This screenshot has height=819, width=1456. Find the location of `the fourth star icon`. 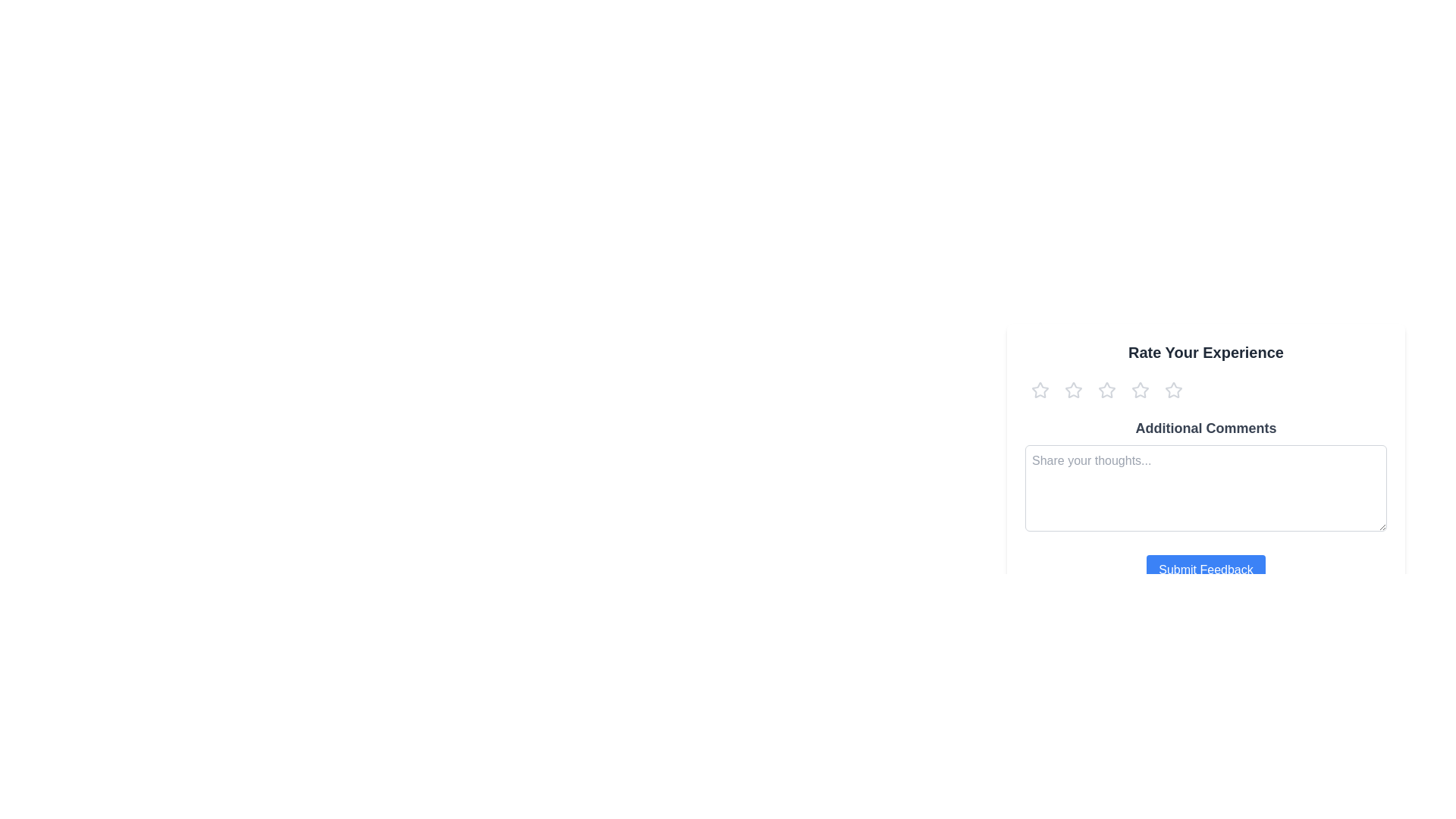

the fourth star icon is located at coordinates (1173, 390).